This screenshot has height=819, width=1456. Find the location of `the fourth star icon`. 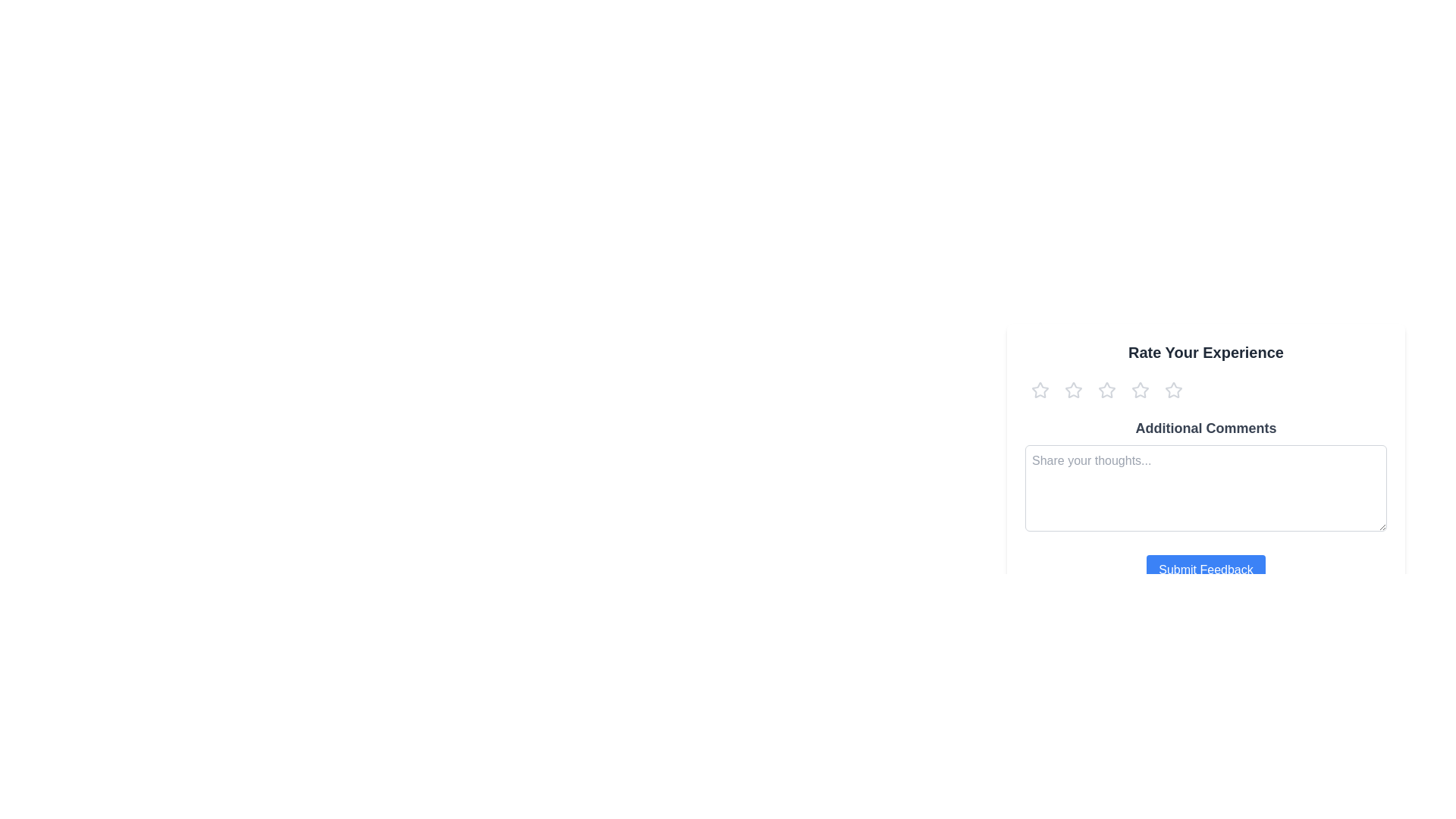

the fourth star icon is located at coordinates (1173, 390).